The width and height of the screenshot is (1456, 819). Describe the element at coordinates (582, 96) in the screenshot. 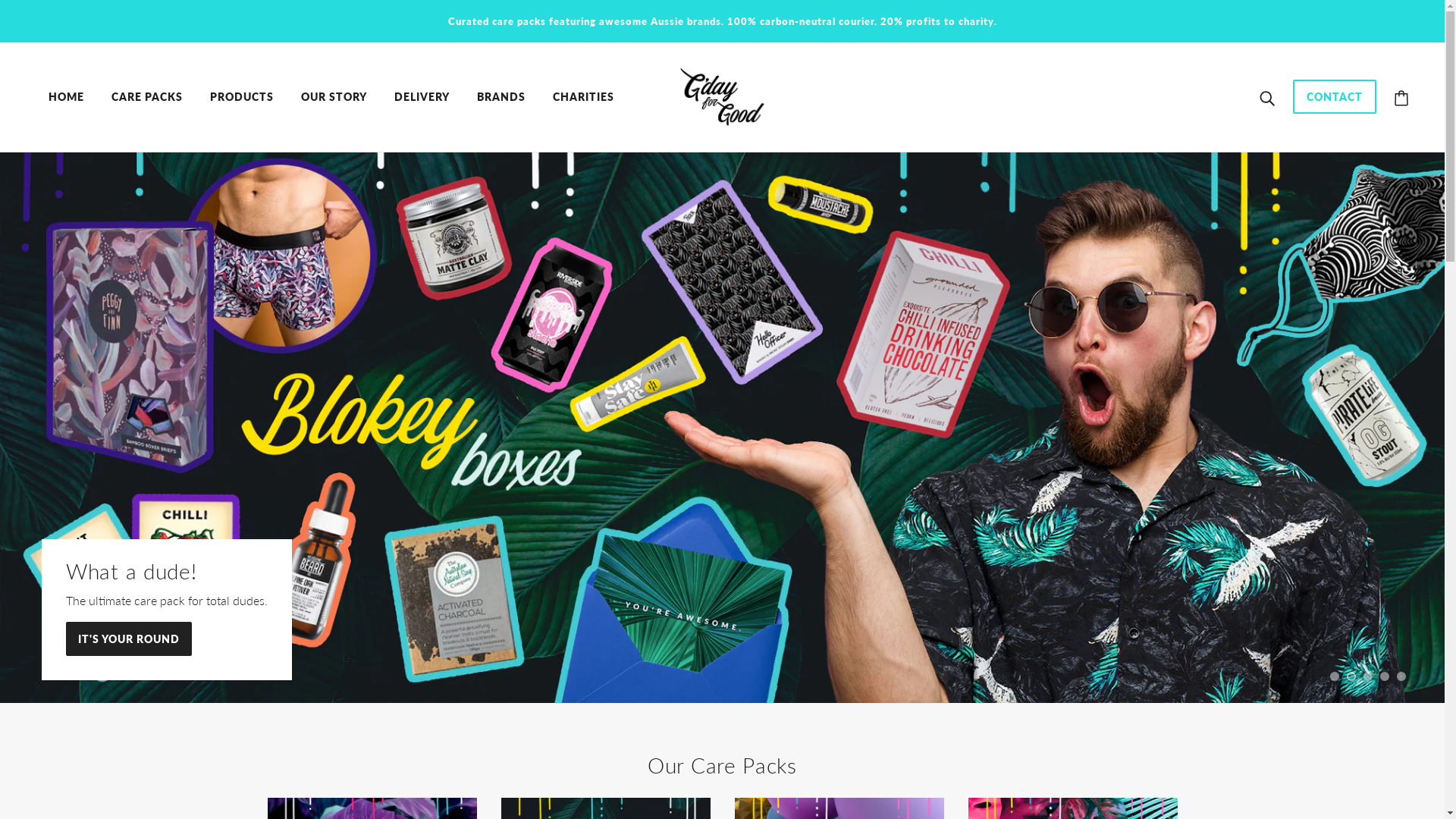

I see `'CHARITIES'` at that location.